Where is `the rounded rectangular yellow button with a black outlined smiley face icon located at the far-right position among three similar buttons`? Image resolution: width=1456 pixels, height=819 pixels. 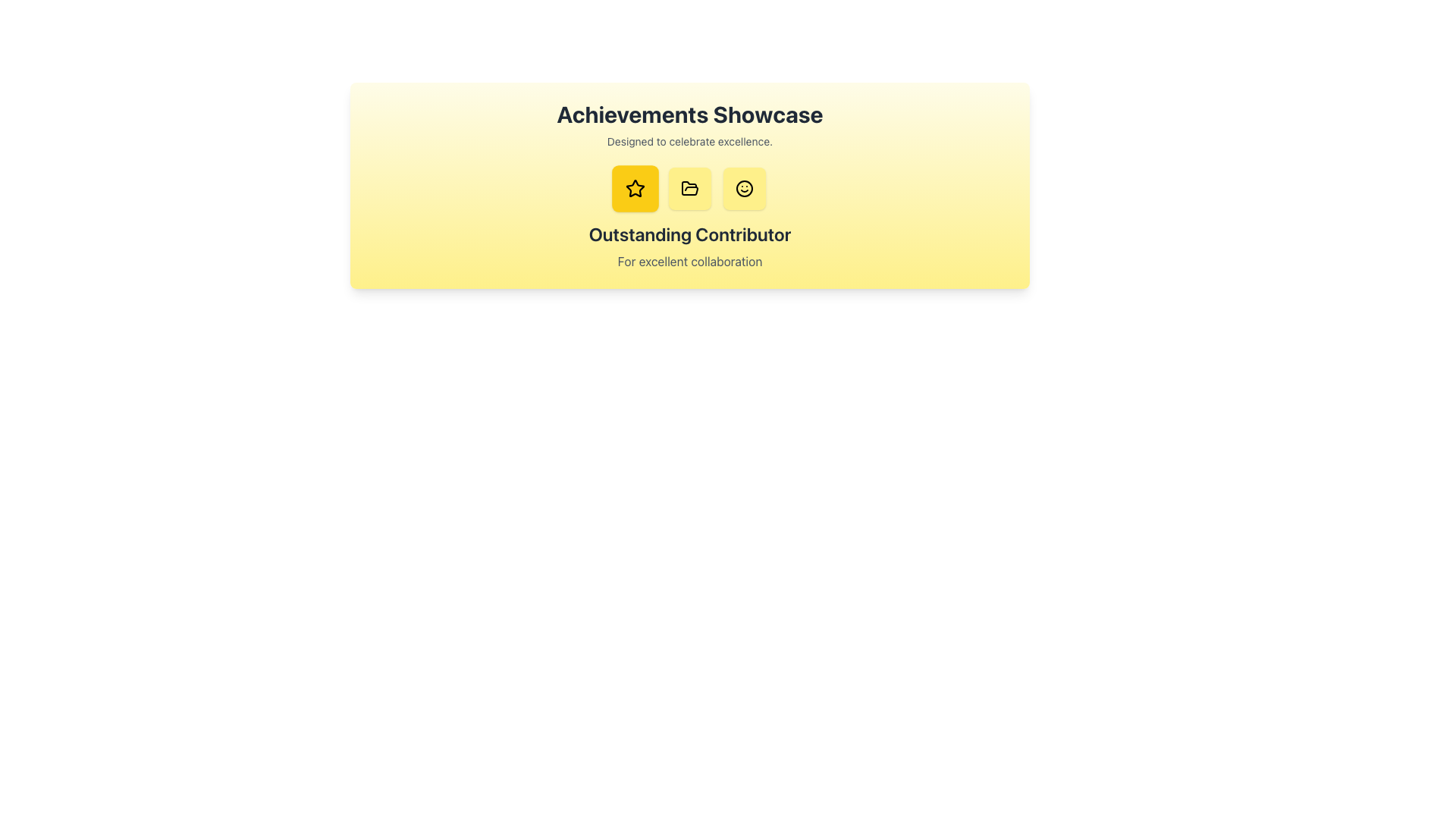
the rounded rectangular yellow button with a black outlined smiley face icon located at the far-right position among three similar buttons is located at coordinates (745, 188).